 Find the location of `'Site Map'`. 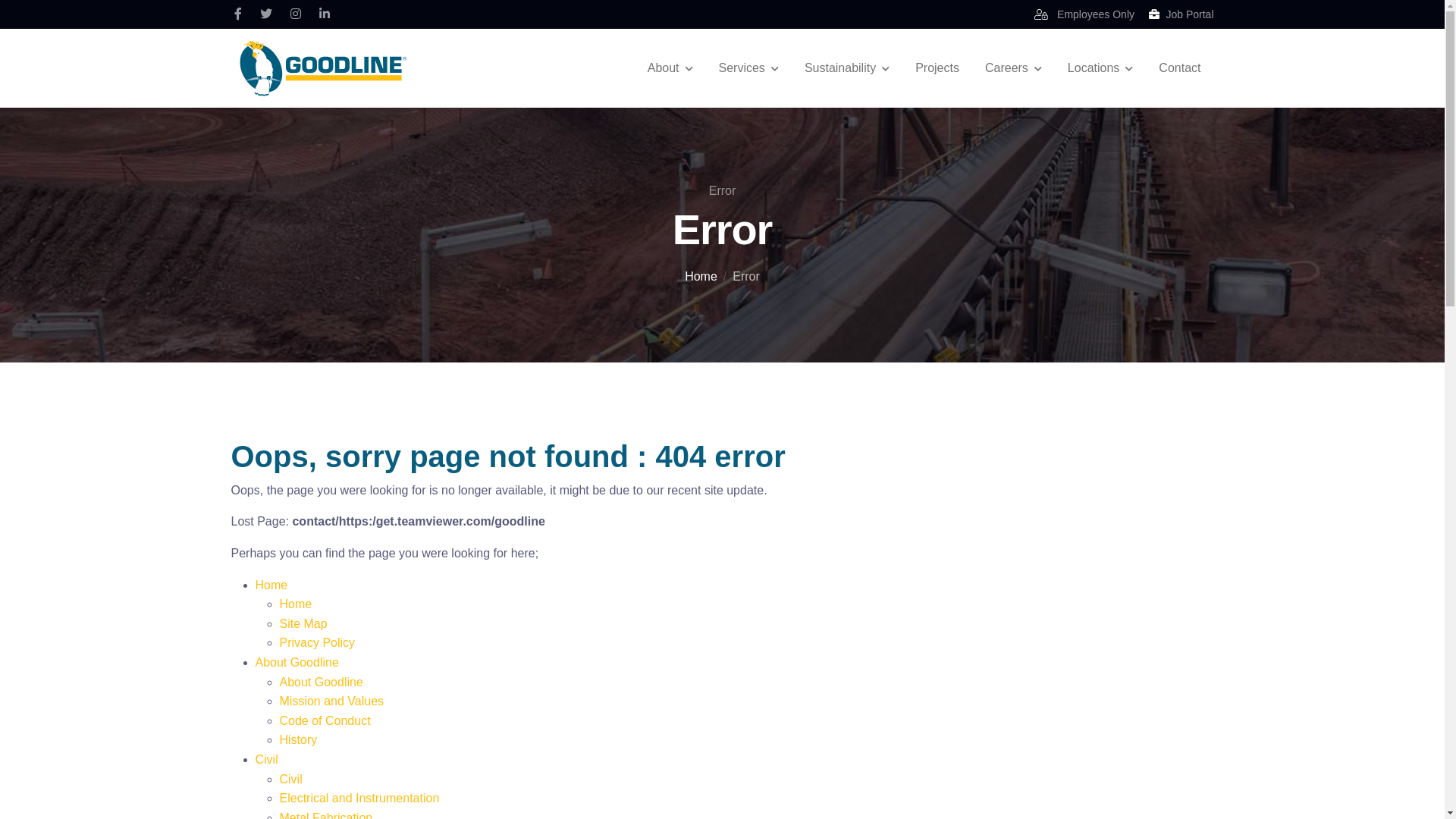

'Site Map' is located at coordinates (303, 623).